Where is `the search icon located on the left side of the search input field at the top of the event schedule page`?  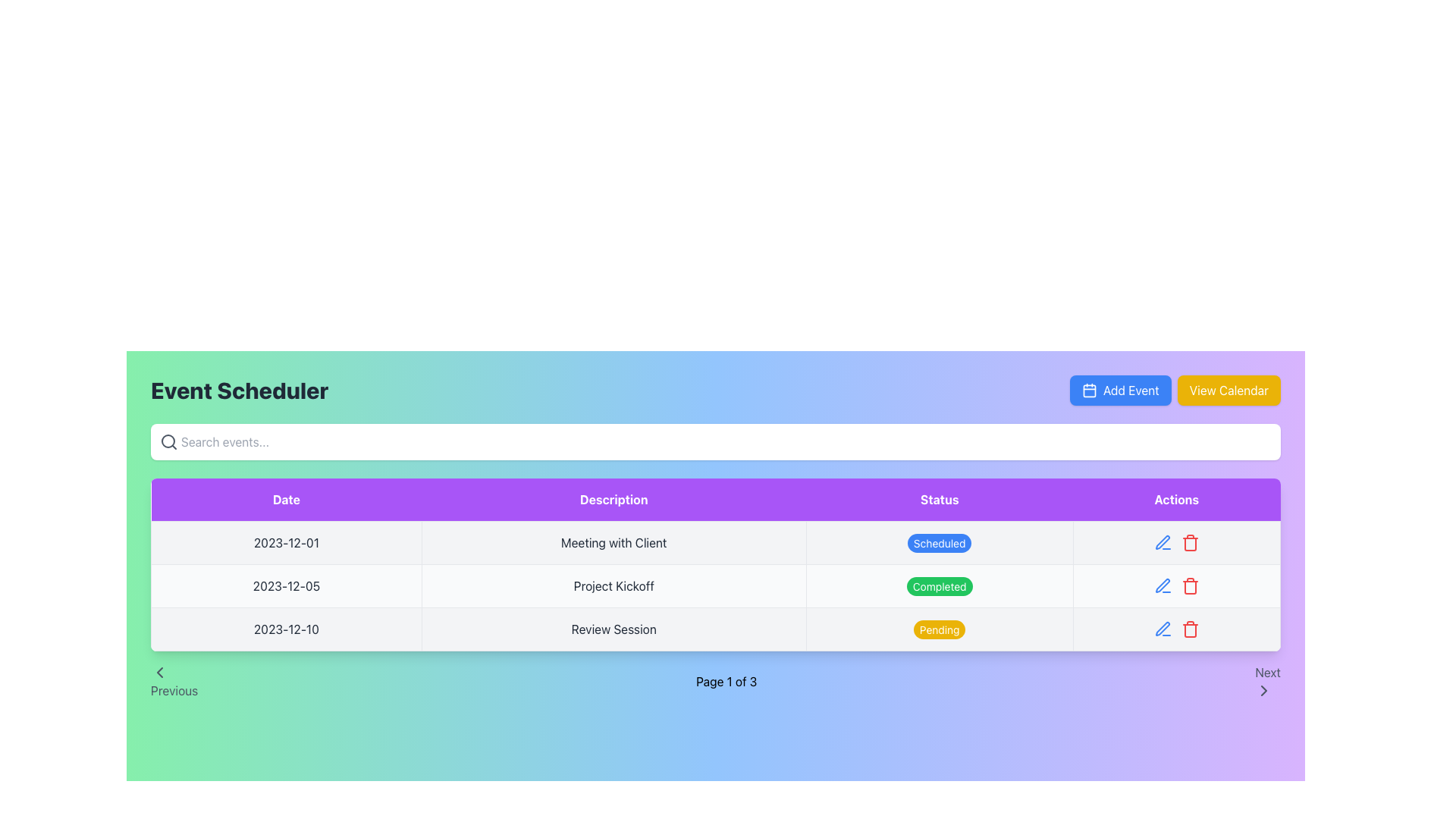
the search icon located on the left side of the search input field at the top of the event schedule page is located at coordinates (168, 441).